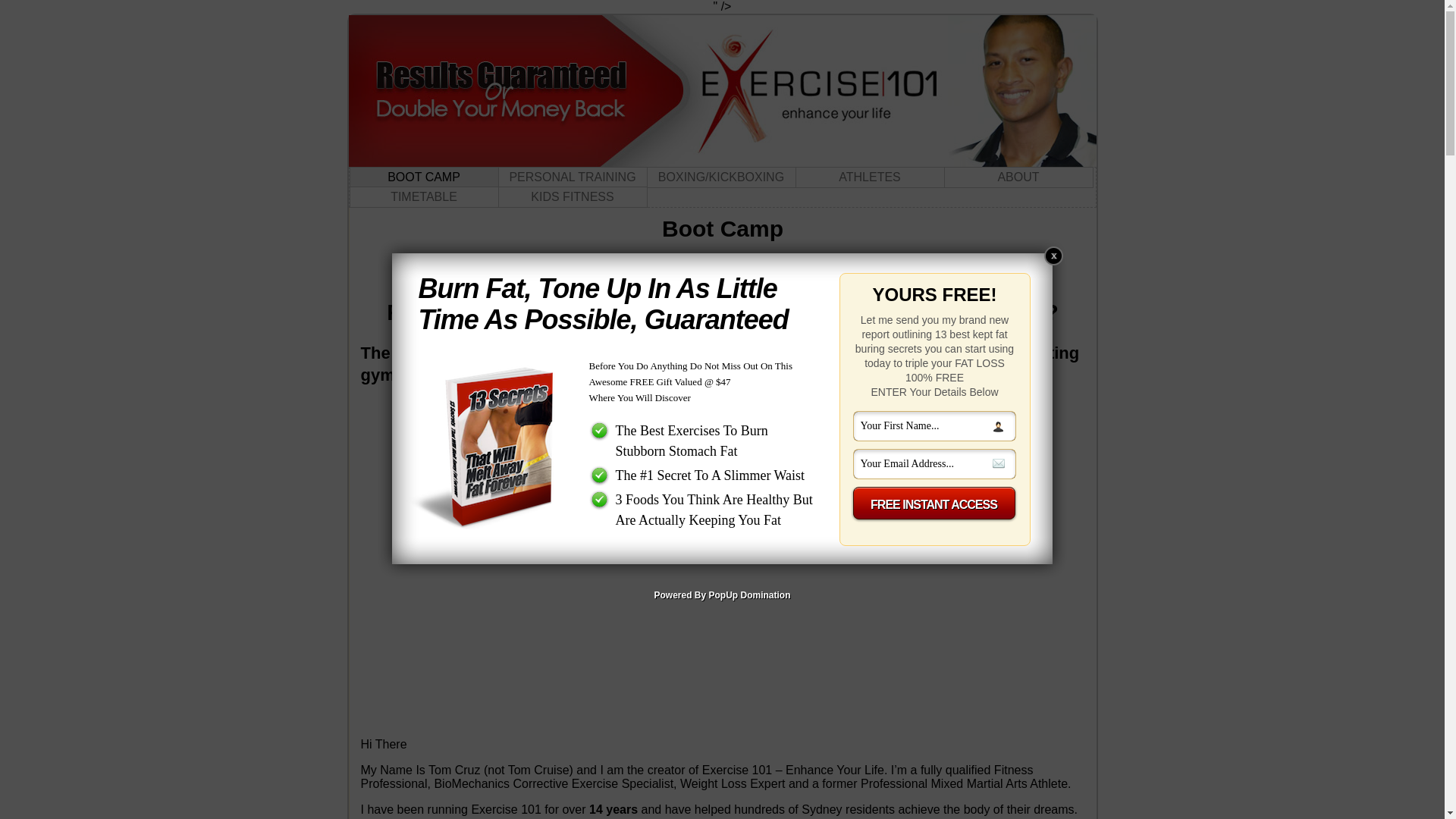  Describe the element at coordinates (423, 196) in the screenshot. I see `'TIMETABLE'` at that location.